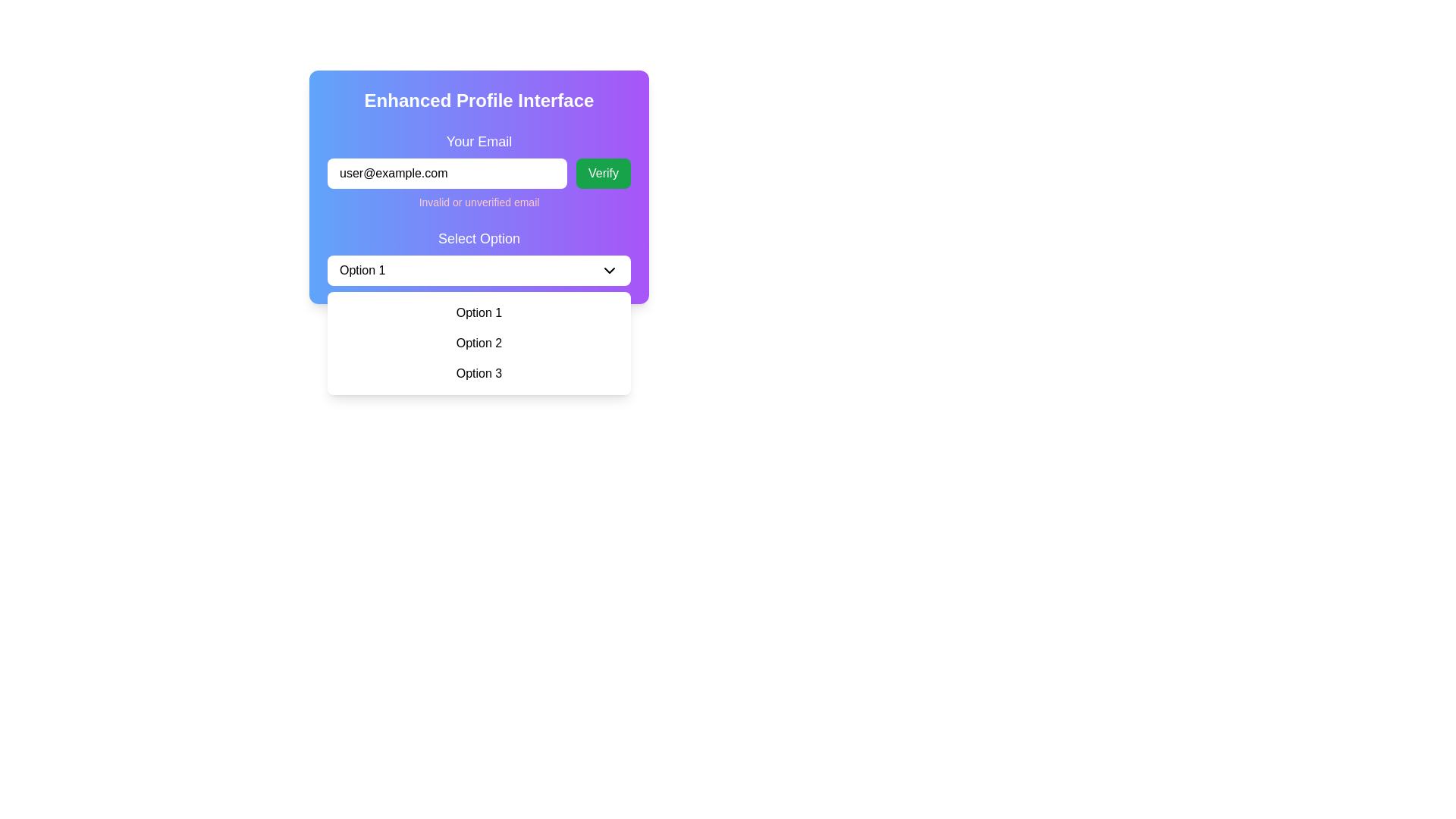 The height and width of the screenshot is (819, 1456). I want to click on the second selectable option in the dropdown menu located below the 'Select Option' button, so click(479, 343).